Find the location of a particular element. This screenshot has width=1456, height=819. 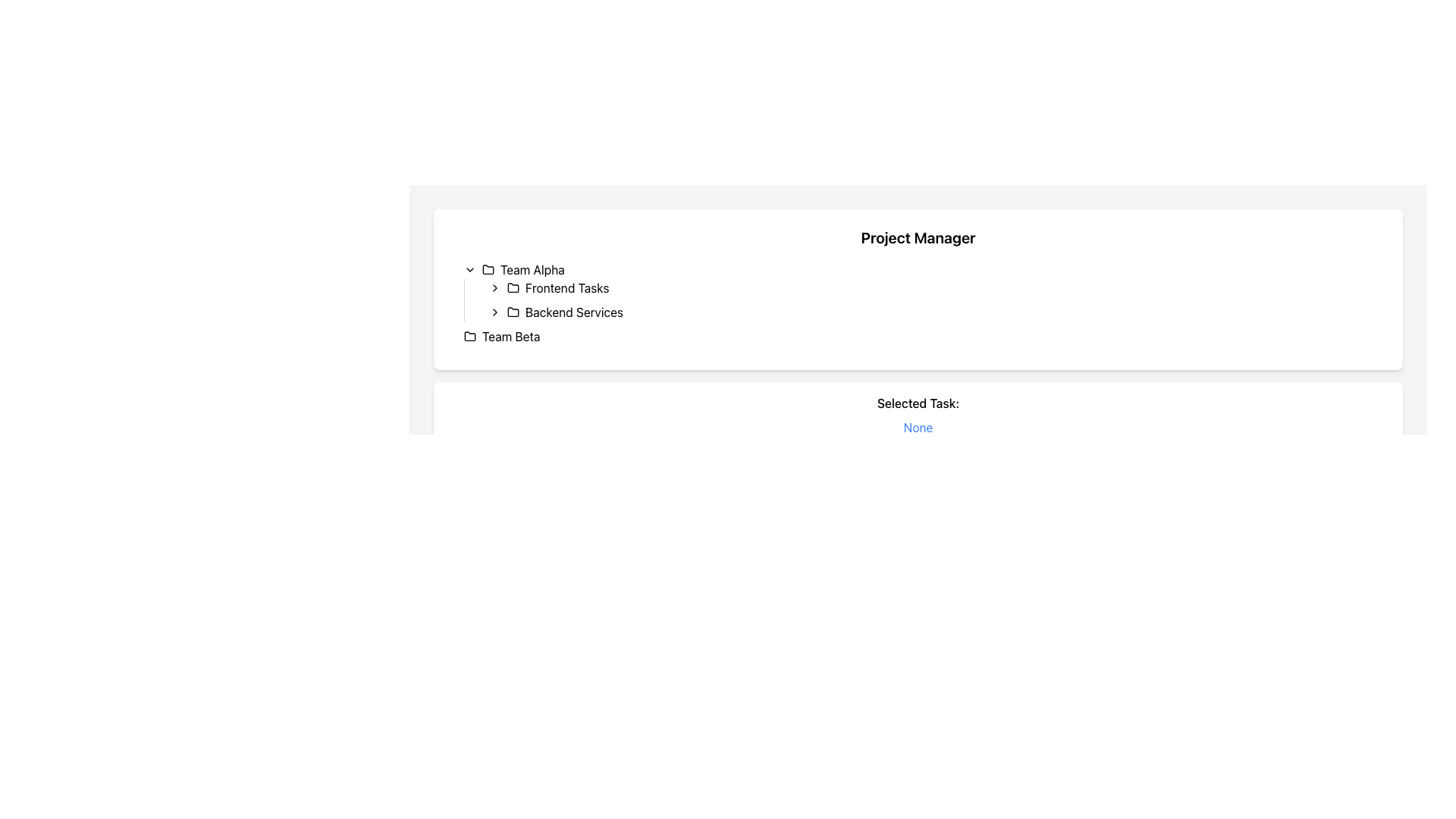

the appearance of the folder icon, which is a simple outline design located before the text 'Frontend Tasks' is located at coordinates (513, 288).